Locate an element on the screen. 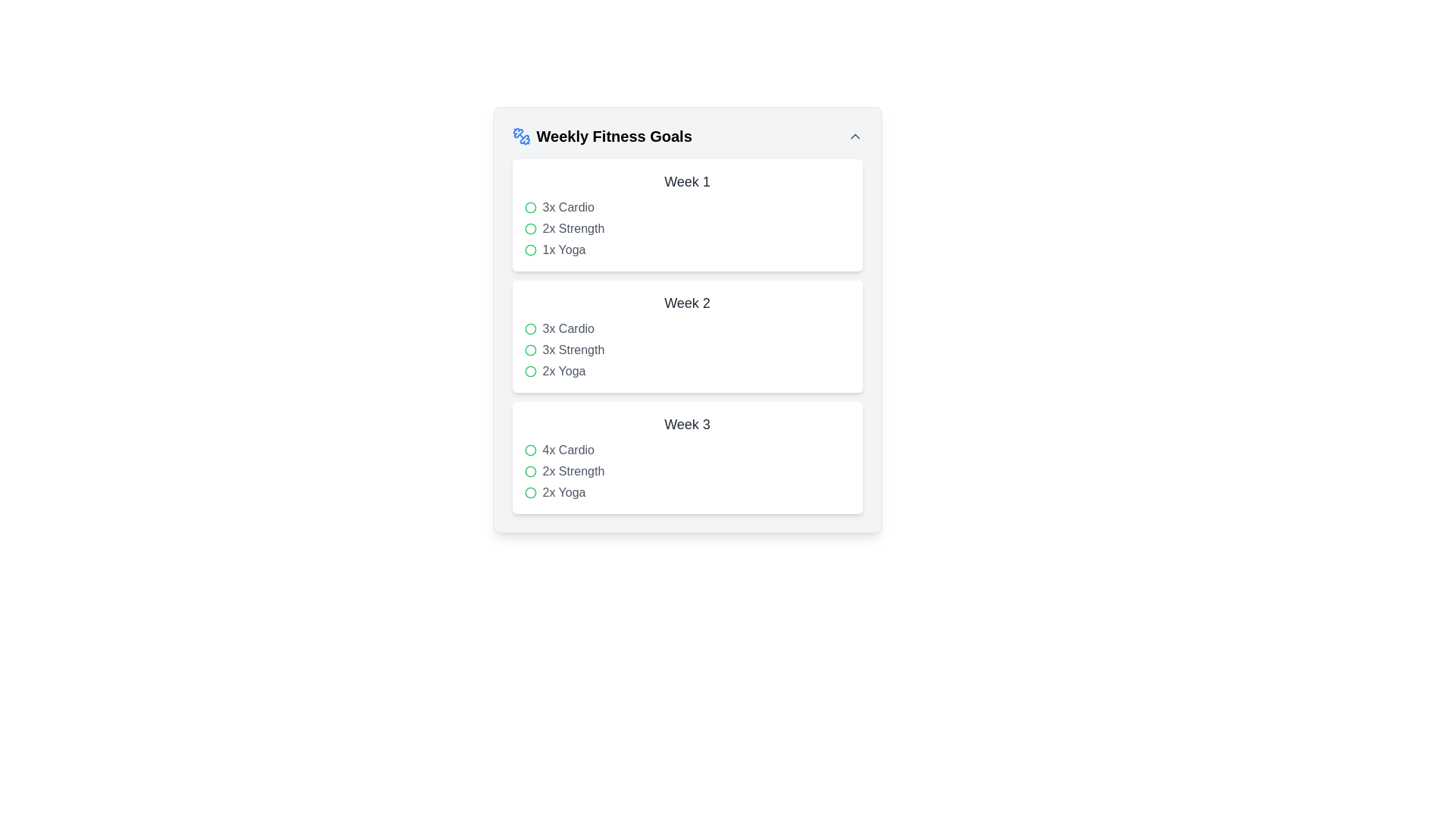  text of the text label indicating the number and type of cardio sessions planned for 'Week 3' in the 'Weekly Fitness Goals' panel is located at coordinates (567, 450).